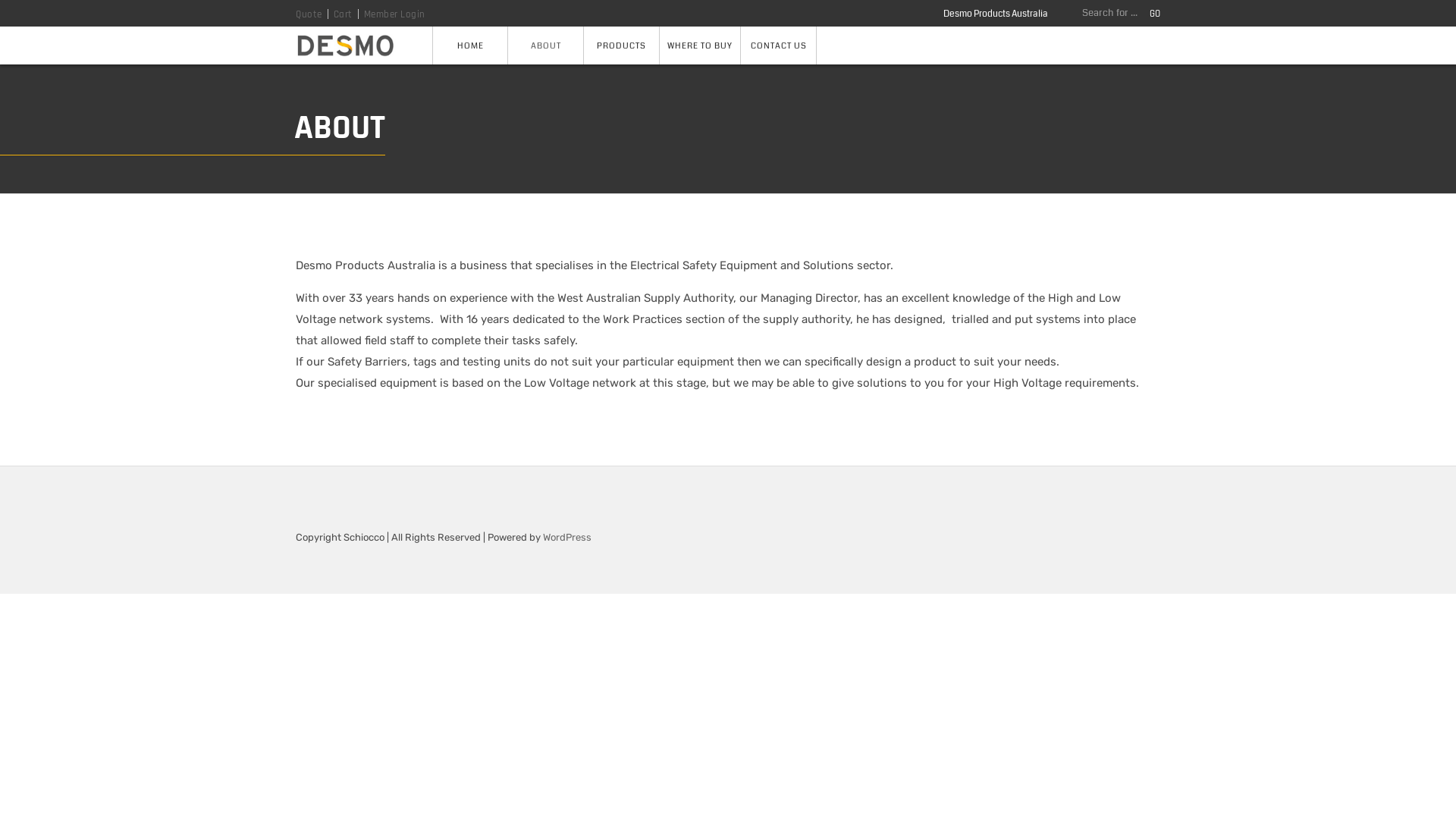 Image resolution: width=1456 pixels, height=819 pixels. Describe the element at coordinates (295, 14) in the screenshot. I see `'Quote'` at that location.